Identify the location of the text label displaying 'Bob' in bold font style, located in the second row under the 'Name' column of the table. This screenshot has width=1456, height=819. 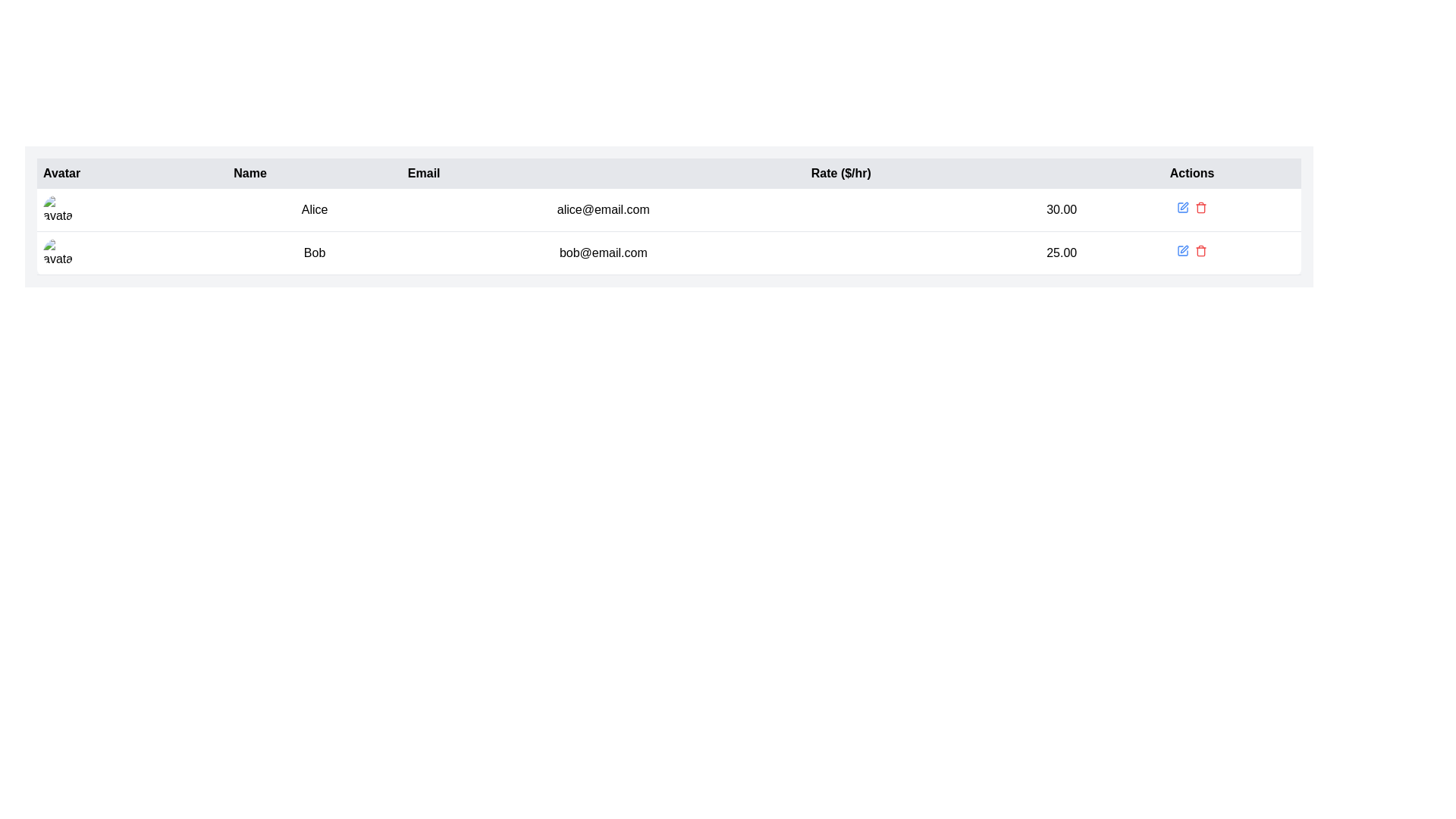
(314, 253).